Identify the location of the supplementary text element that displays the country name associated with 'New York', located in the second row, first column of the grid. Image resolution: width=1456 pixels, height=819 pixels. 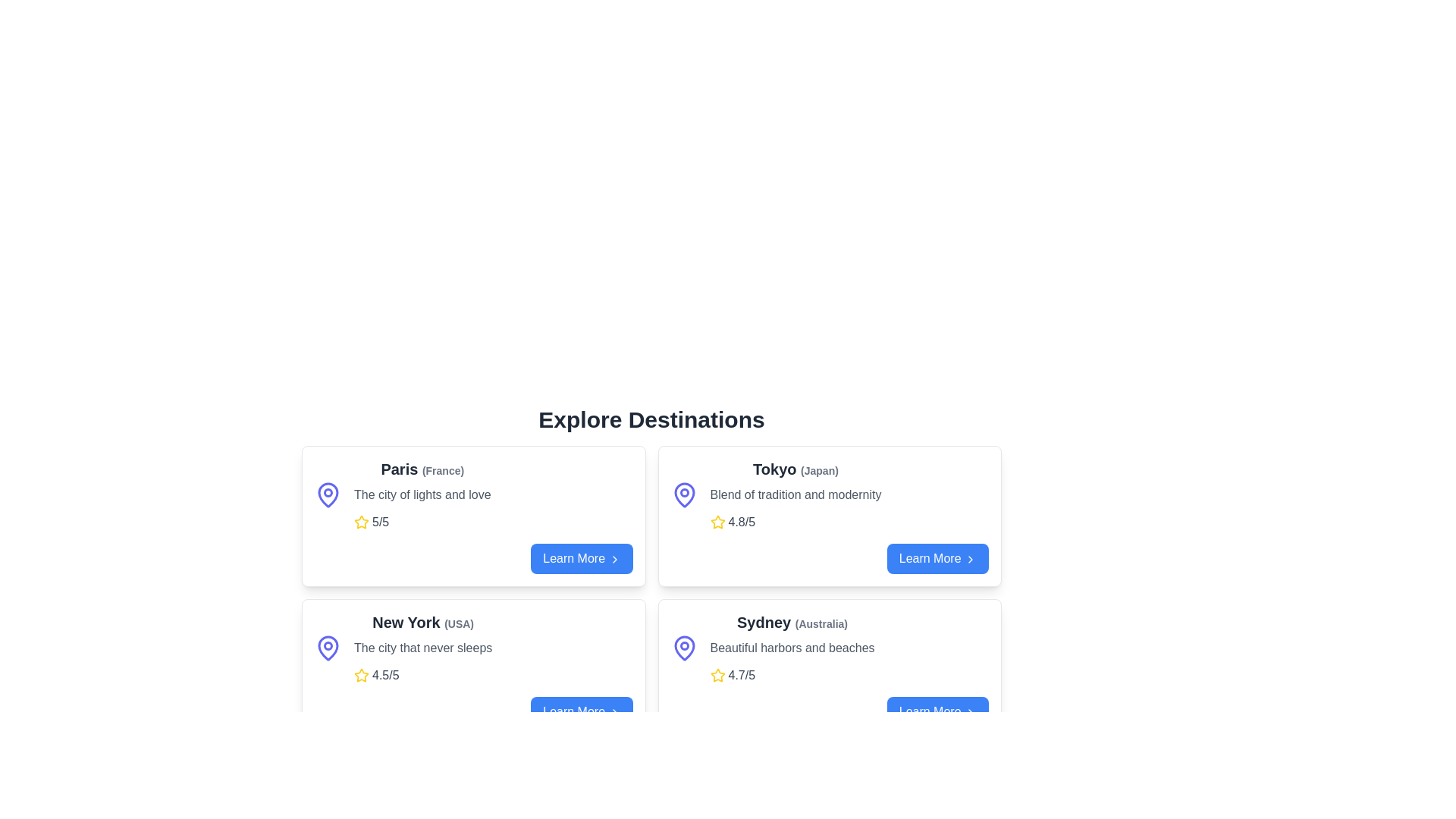
(458, 623).